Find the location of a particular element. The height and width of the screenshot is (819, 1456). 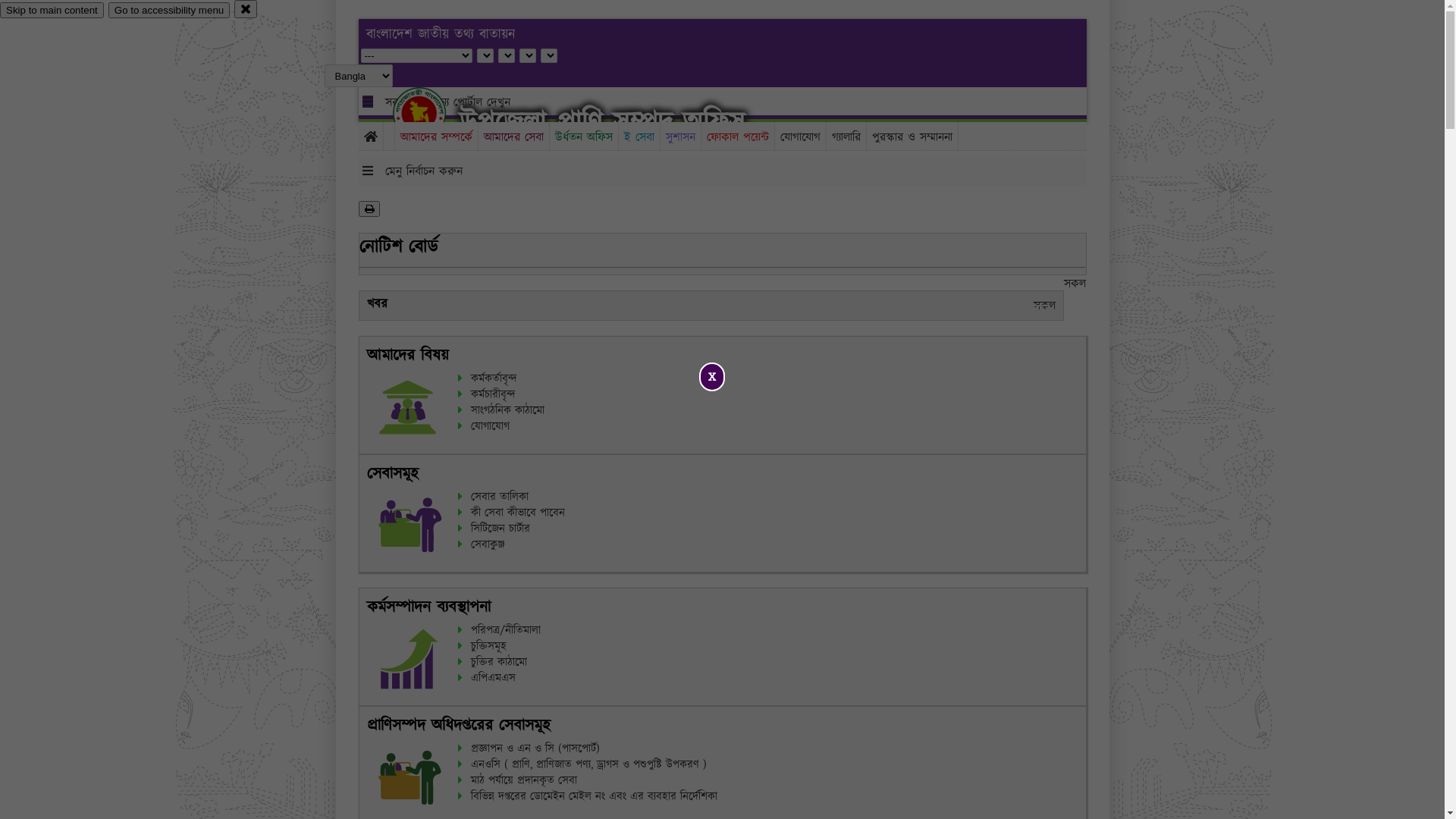

'Skip to main content' is located at coordinates (52, 10).